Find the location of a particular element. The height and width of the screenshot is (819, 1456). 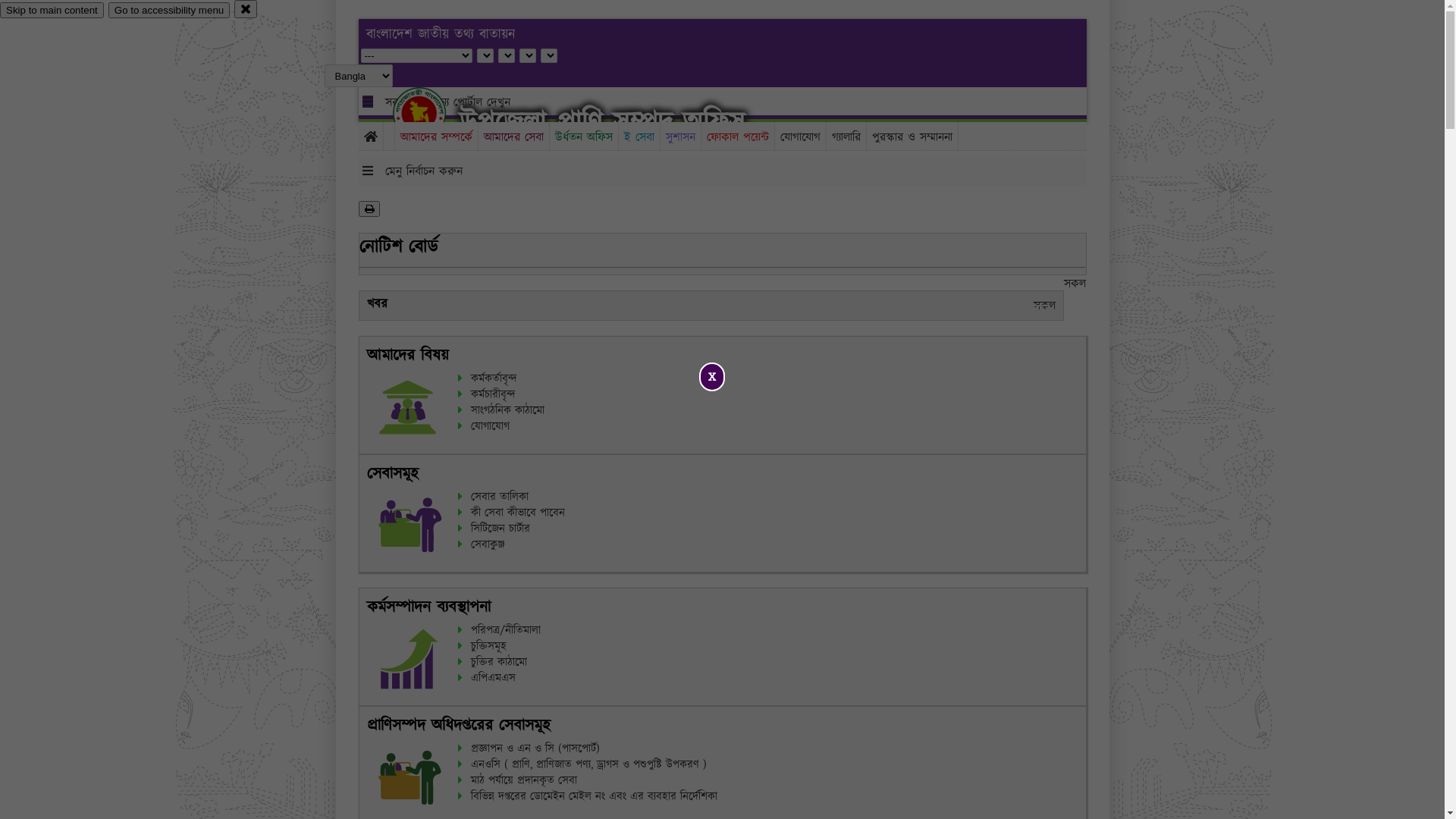

'Skip to main content' is located at coordinates (52, 10).